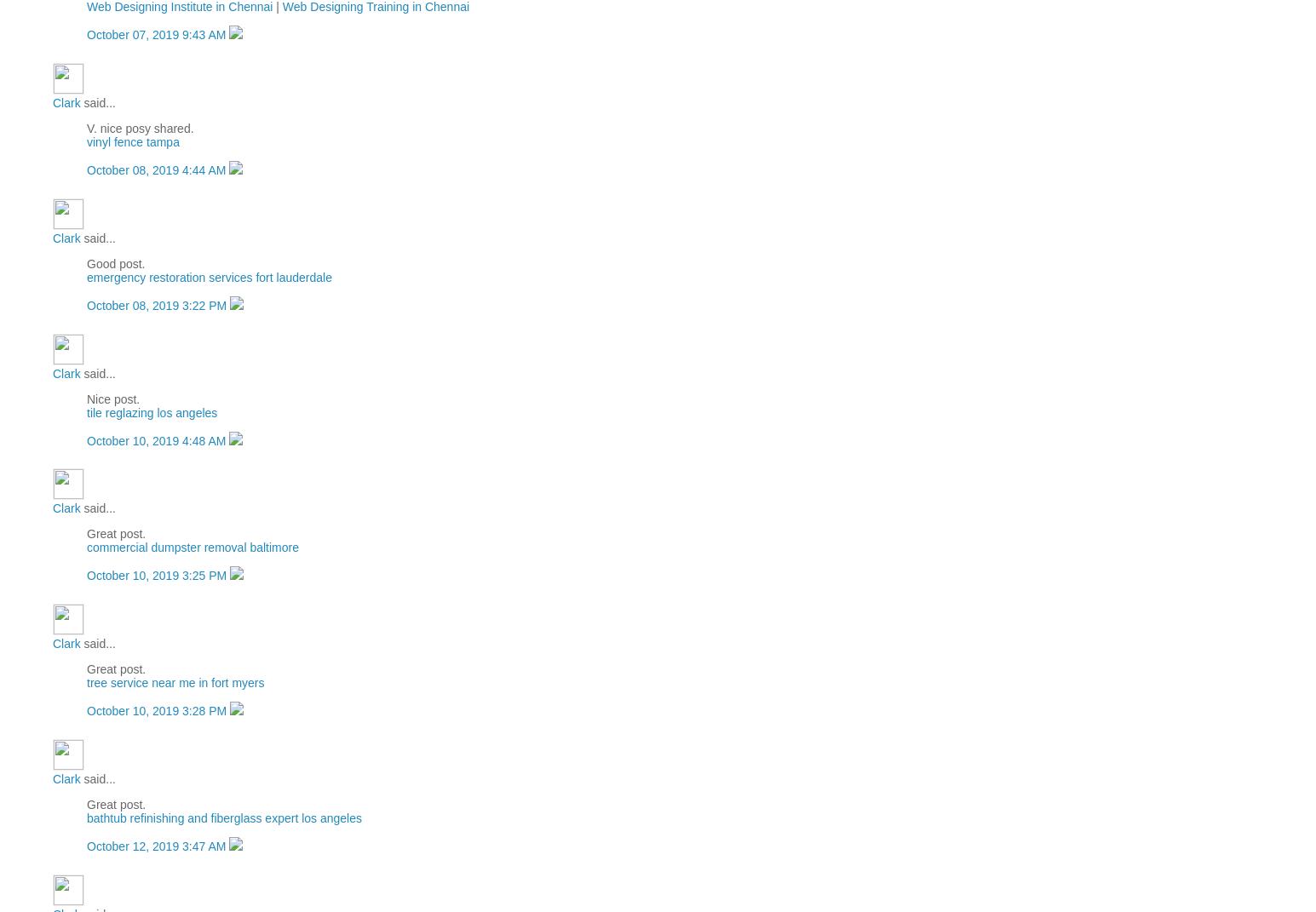  I want to click on 'tree service near me in fort myers', so click(175, 681).